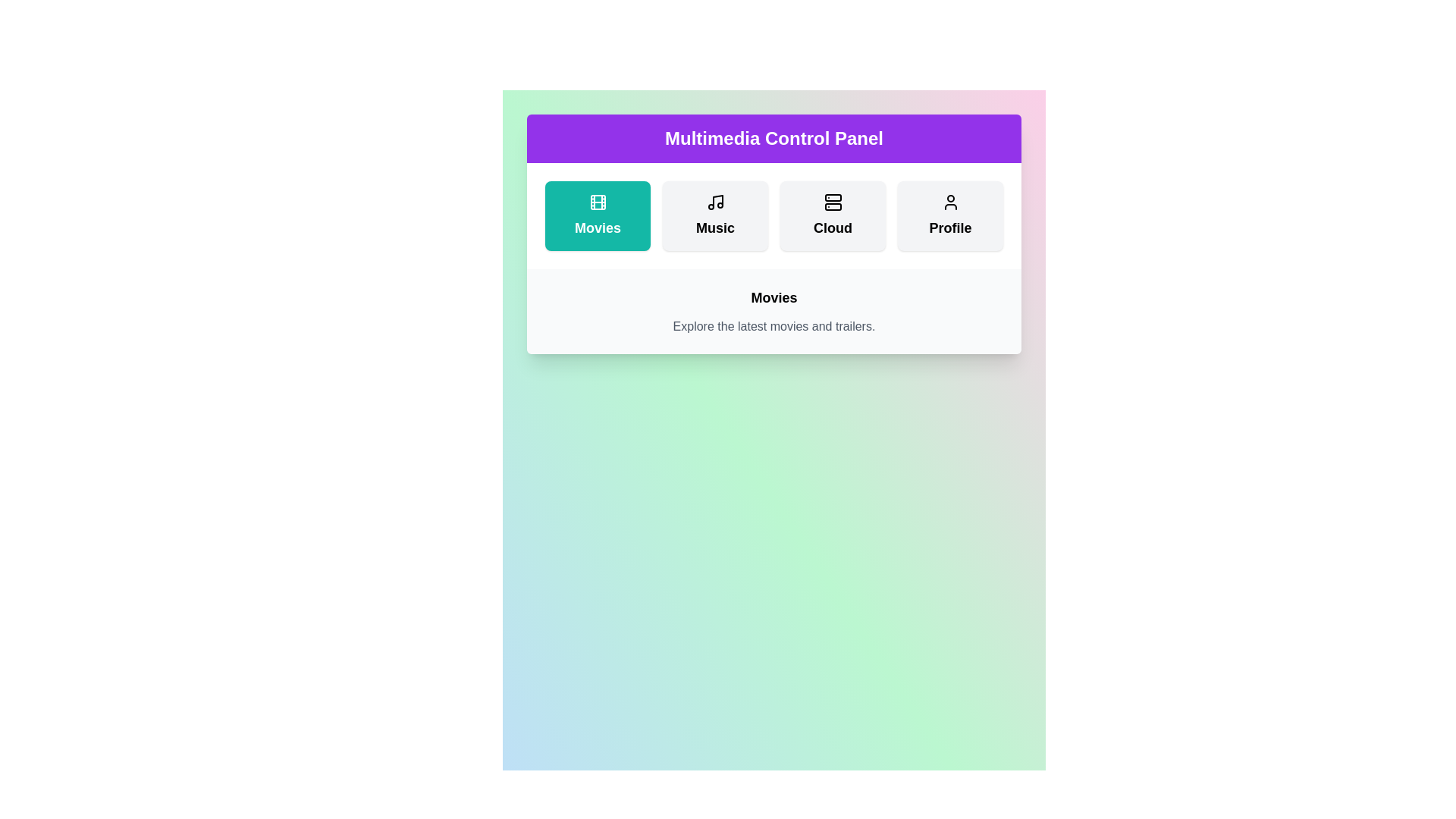 The width and height of the screenshot is (1456, 819). What do you see at coordinates (597, 216) in the screenshot?
I see `the Movies button to activate it` at bounding box center [597, 216].